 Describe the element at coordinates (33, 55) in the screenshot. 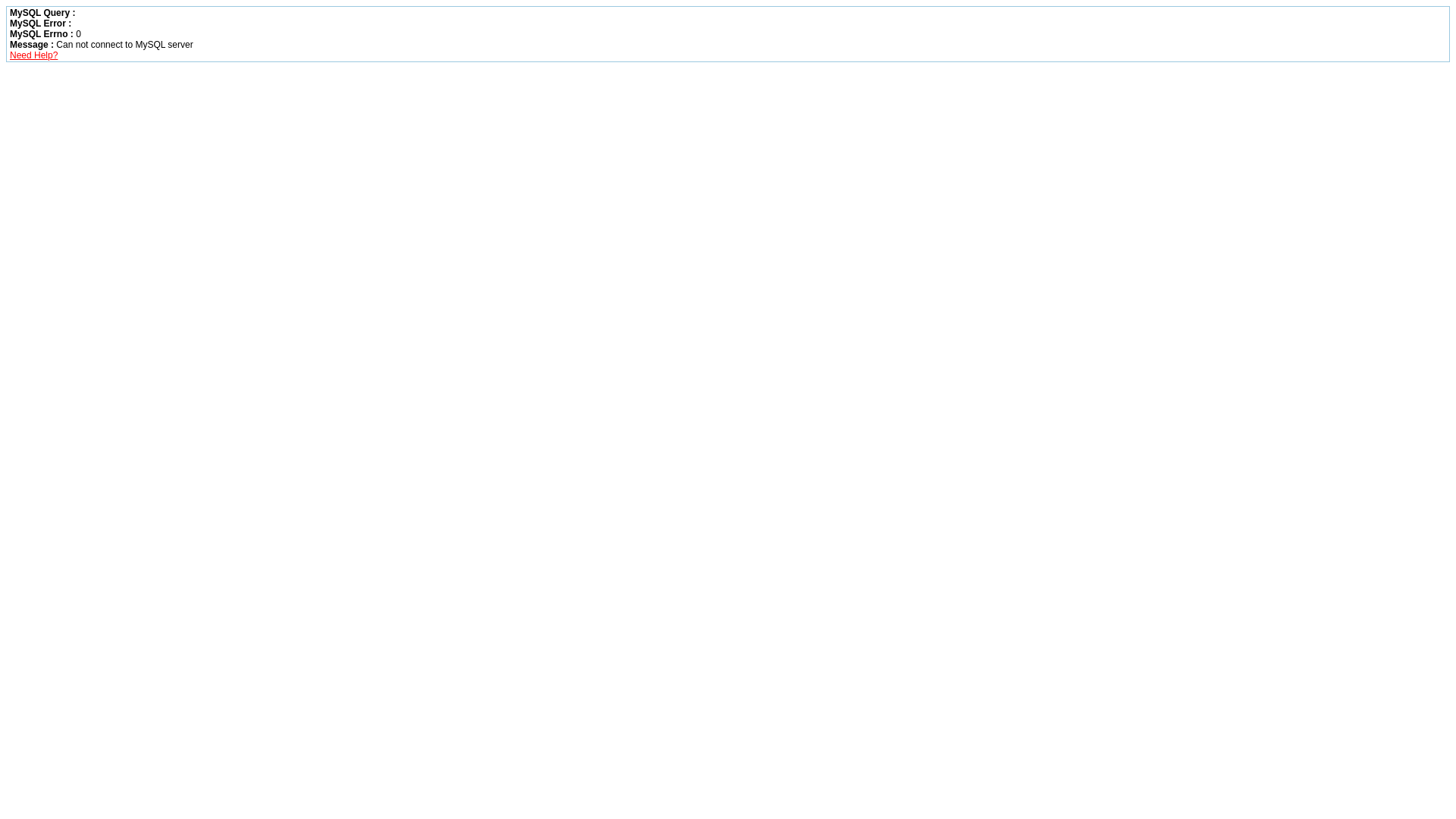

I see `'Need Help?'` at that location.